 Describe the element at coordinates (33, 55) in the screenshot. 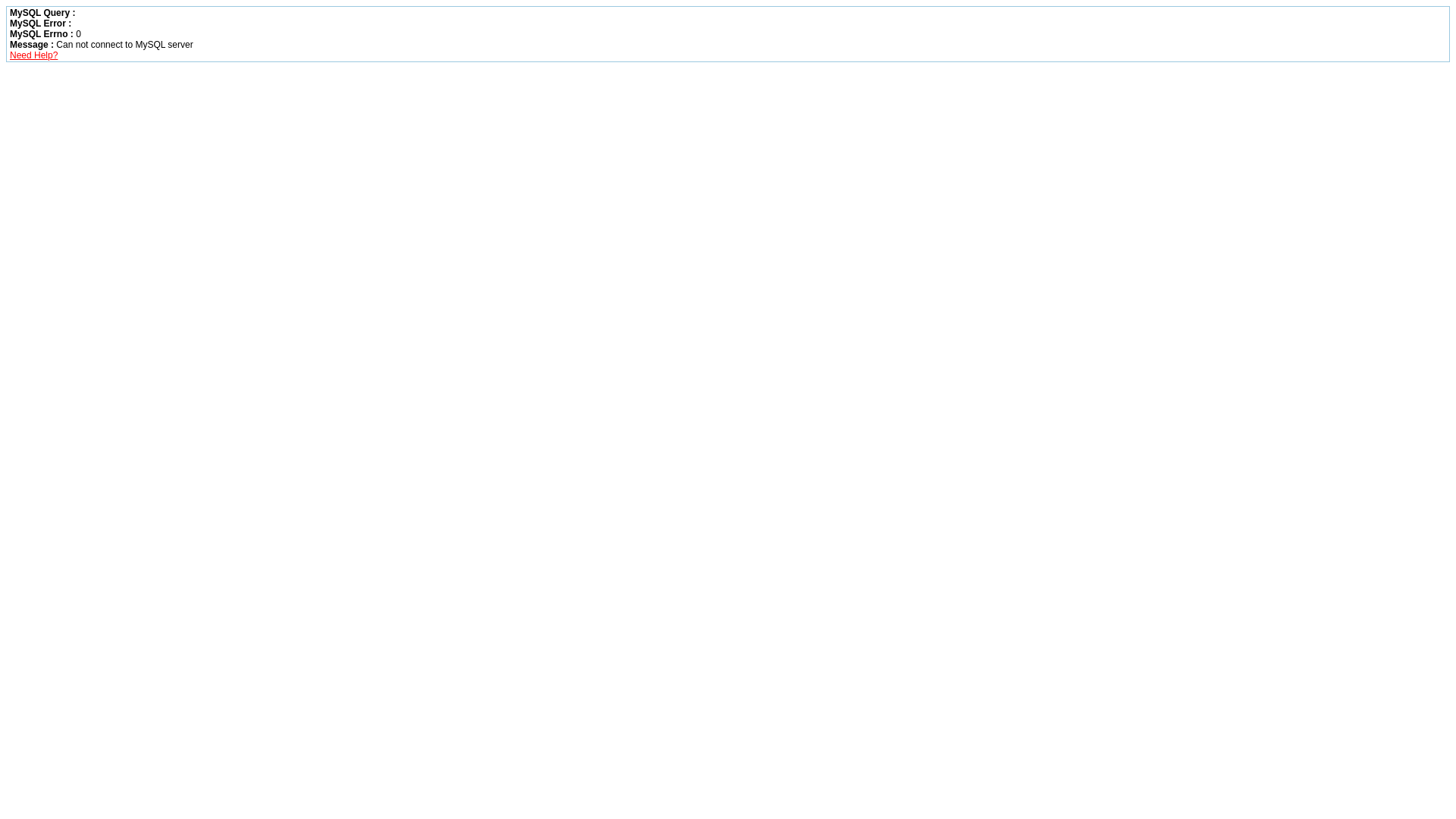

I see `'Need Help?'` at that location.